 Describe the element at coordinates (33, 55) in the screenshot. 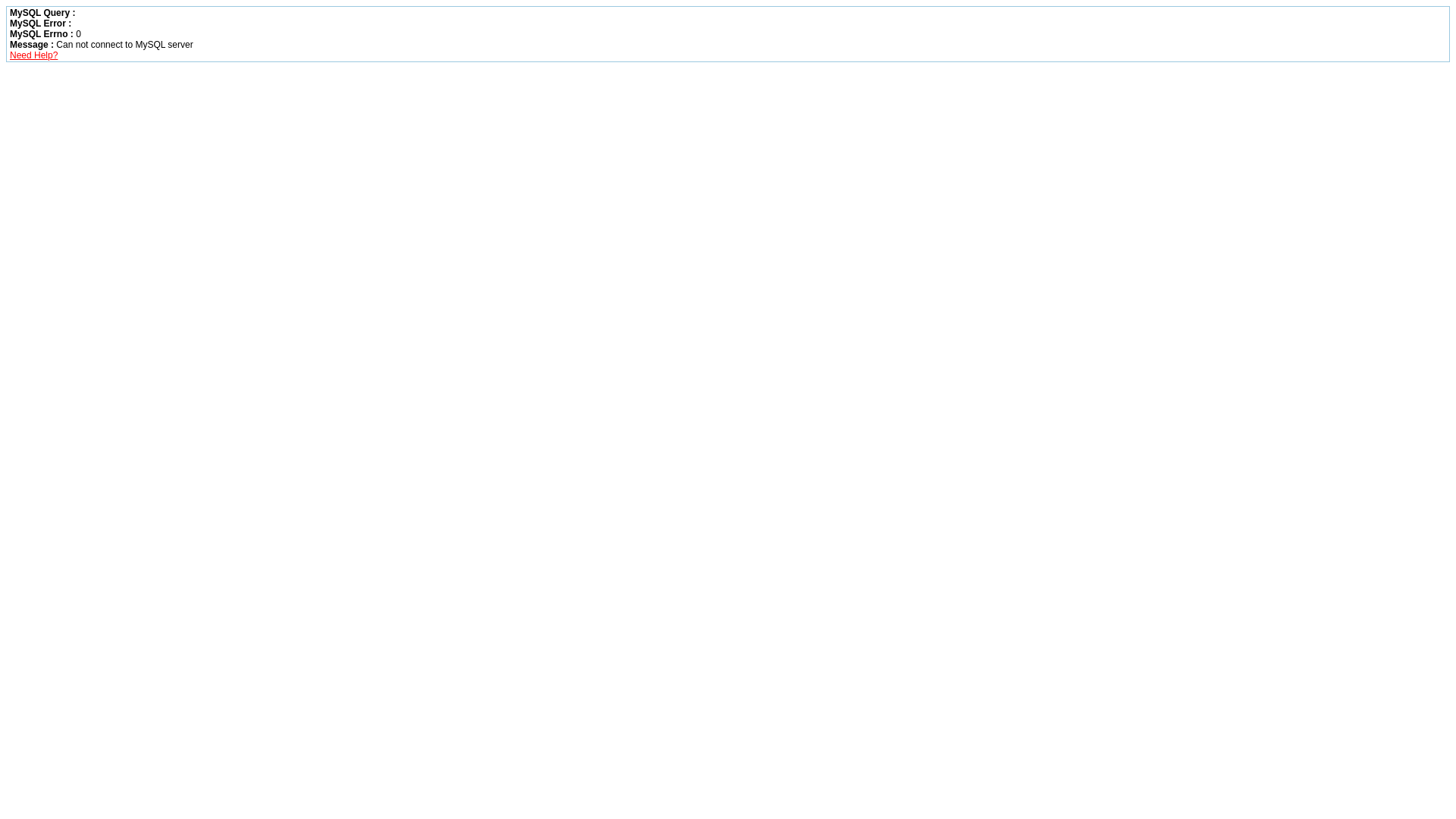

I see `'Need Help?'` at that location.